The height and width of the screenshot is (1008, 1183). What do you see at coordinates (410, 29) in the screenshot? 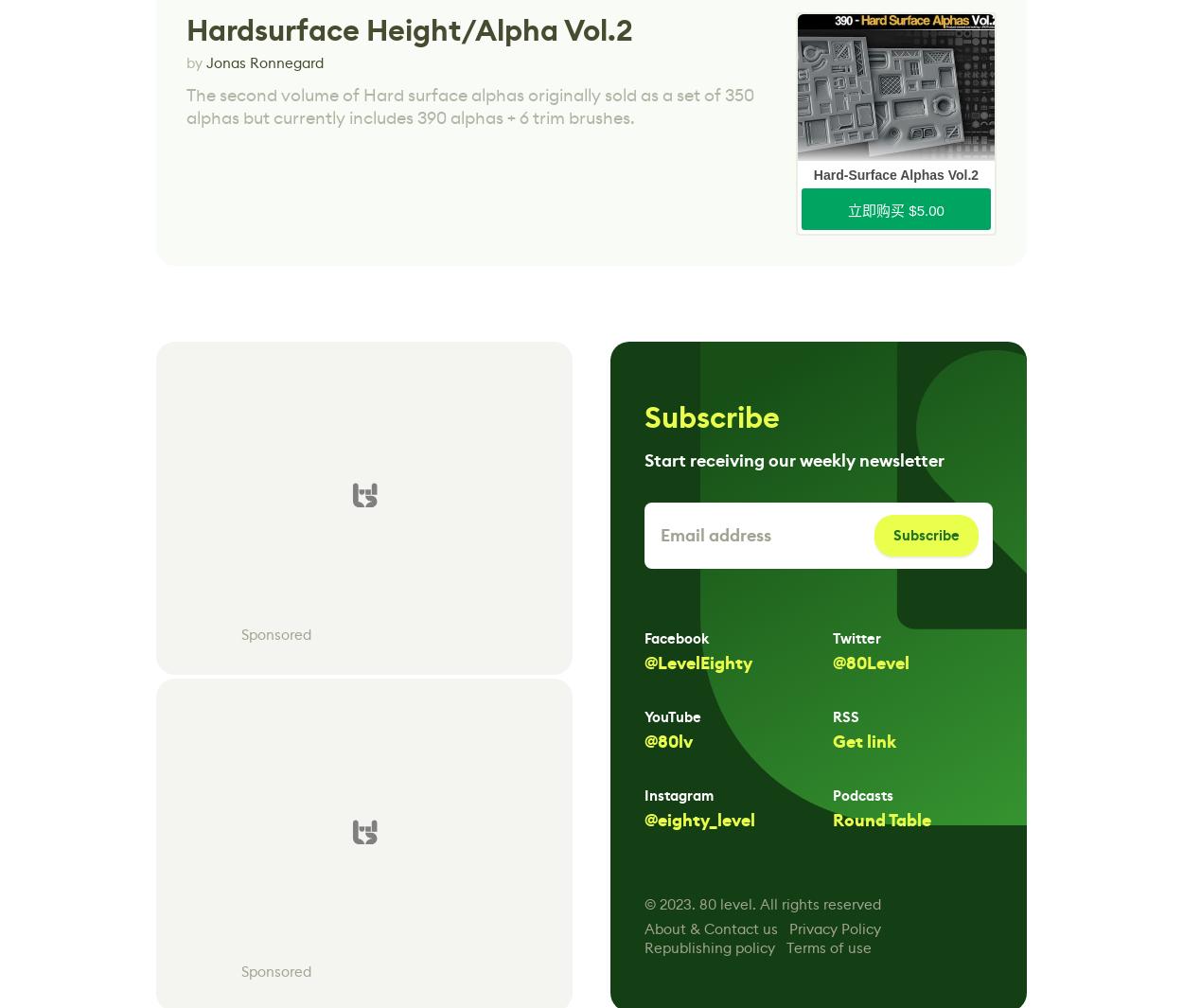
I see `'Hardsurface Height/Alpha Vol.2'` at bounding box center [410, 29].